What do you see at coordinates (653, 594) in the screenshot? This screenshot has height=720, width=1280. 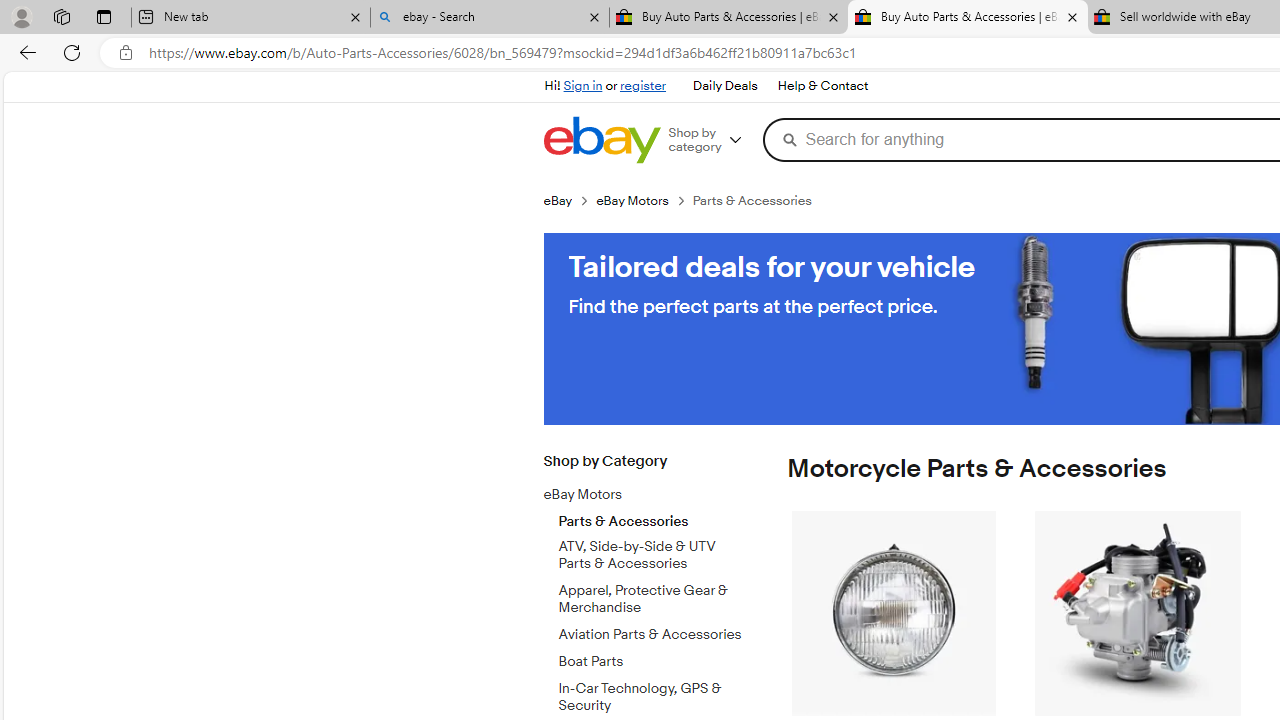 I see `'Apparel, Protective Gear & Merchandise'` at bounding box center [653, 594].